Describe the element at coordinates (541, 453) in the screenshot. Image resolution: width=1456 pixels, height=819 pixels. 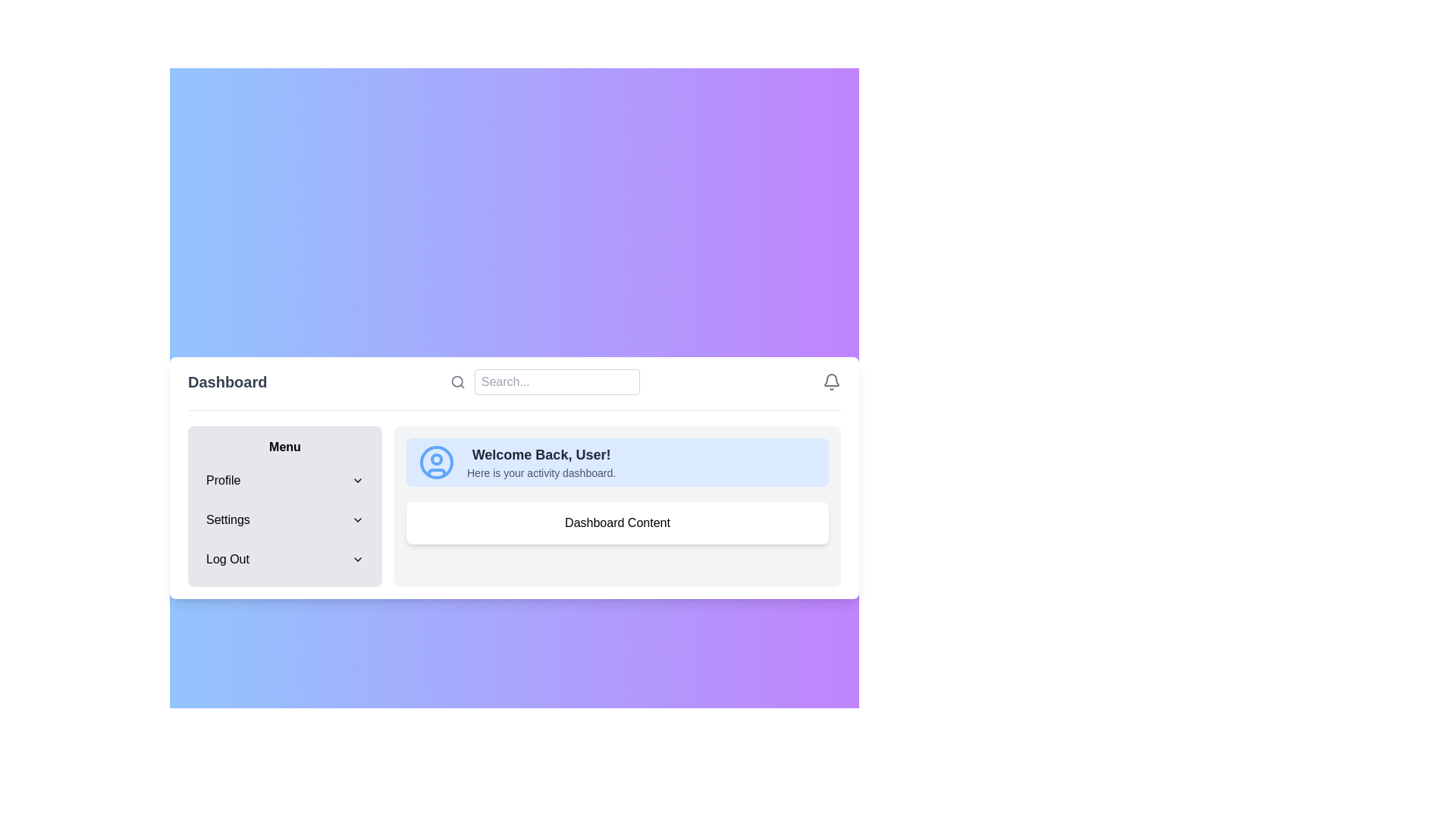
I see `the personalized greeting text label located near the top-right of the light blue panel on the dashboard` at that location.